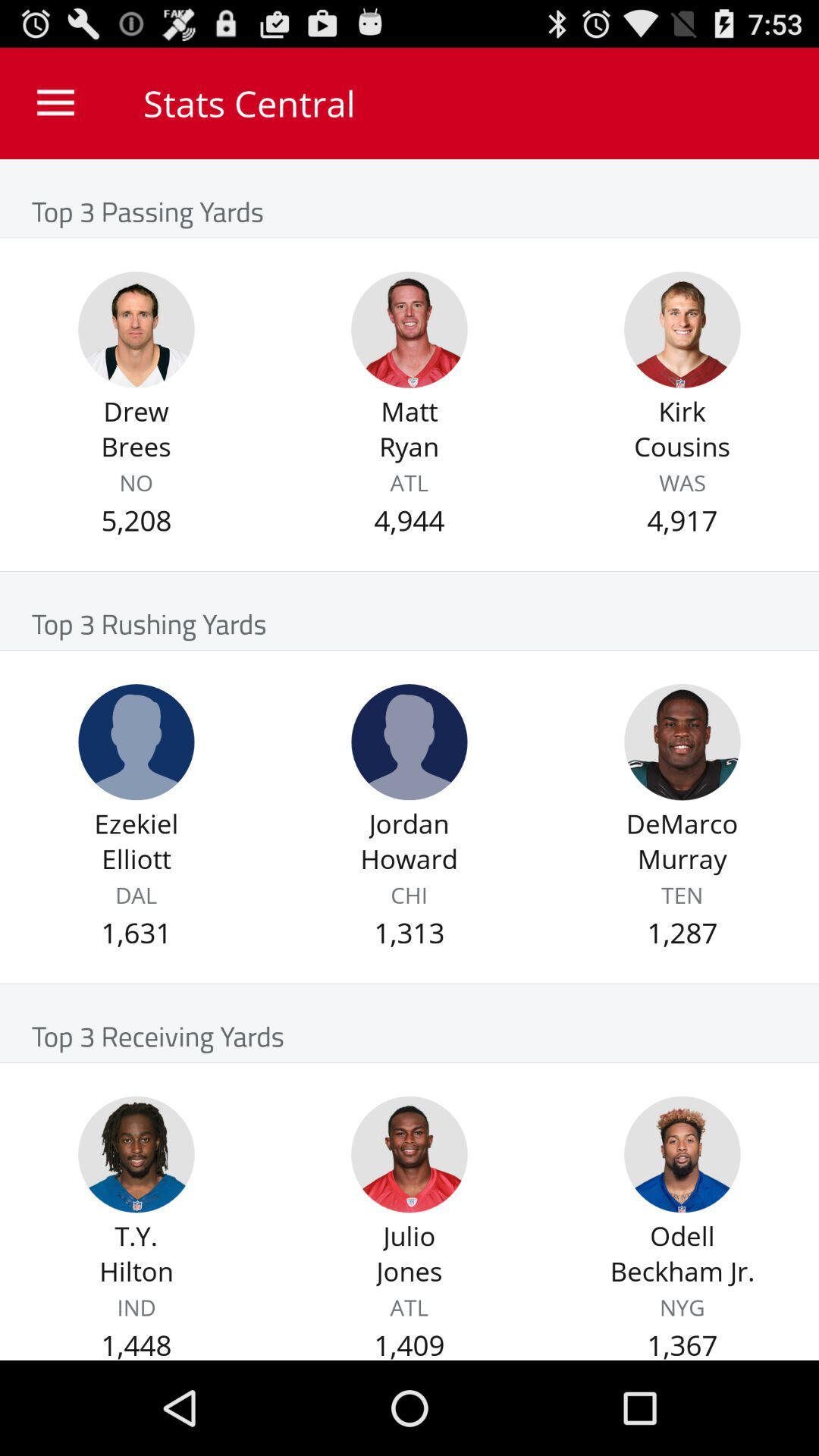 The height and width of the screenshot is (1456, 819). What do you see at coordinates (409, 793) in the screenshot?
I see `the avatar icon` at bounding box center [409, 793].